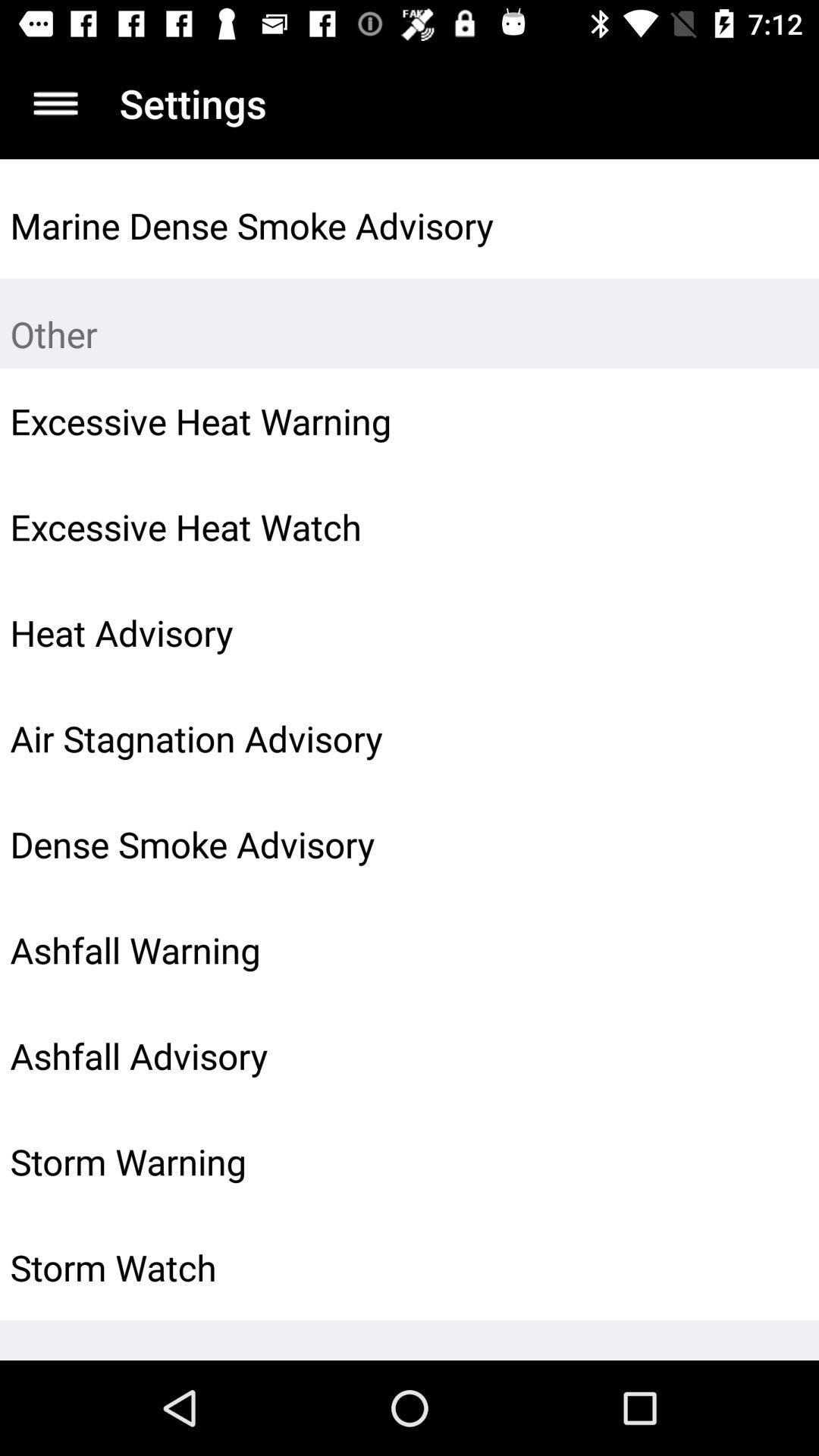 The height and width of the screenshot is (1456, 819). Describe the element at coordinates (55, 102) in the screenshot. I see `display menu` at that location.